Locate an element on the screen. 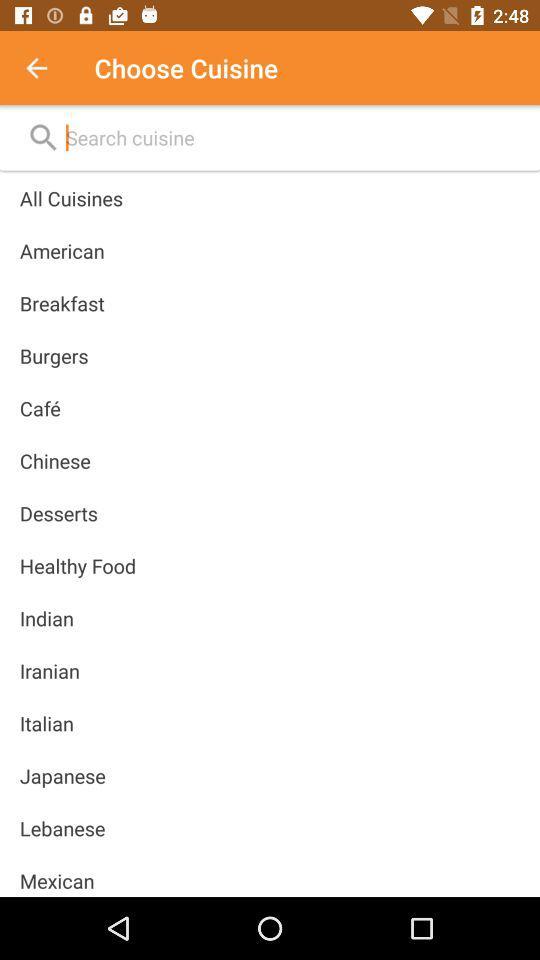 The width and height of the screenshot is (540, 960). the item below the iranian item is located at coordinates (46, 722).